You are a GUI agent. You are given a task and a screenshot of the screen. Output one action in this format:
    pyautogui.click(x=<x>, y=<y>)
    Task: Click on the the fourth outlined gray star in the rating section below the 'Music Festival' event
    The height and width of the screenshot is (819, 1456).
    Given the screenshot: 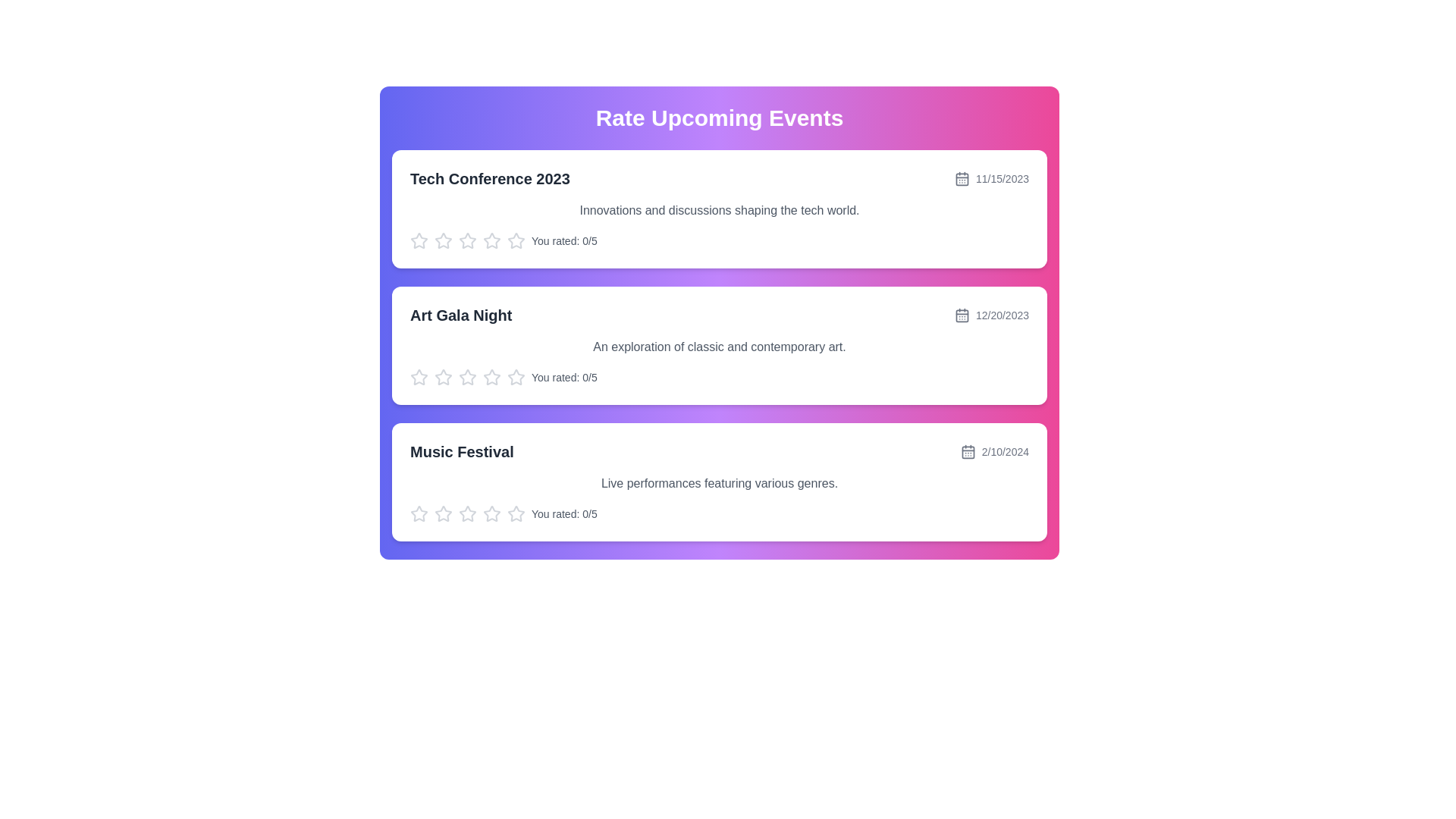 What is the action you would take?
    pyautogui.click(x=467, y=513)
    